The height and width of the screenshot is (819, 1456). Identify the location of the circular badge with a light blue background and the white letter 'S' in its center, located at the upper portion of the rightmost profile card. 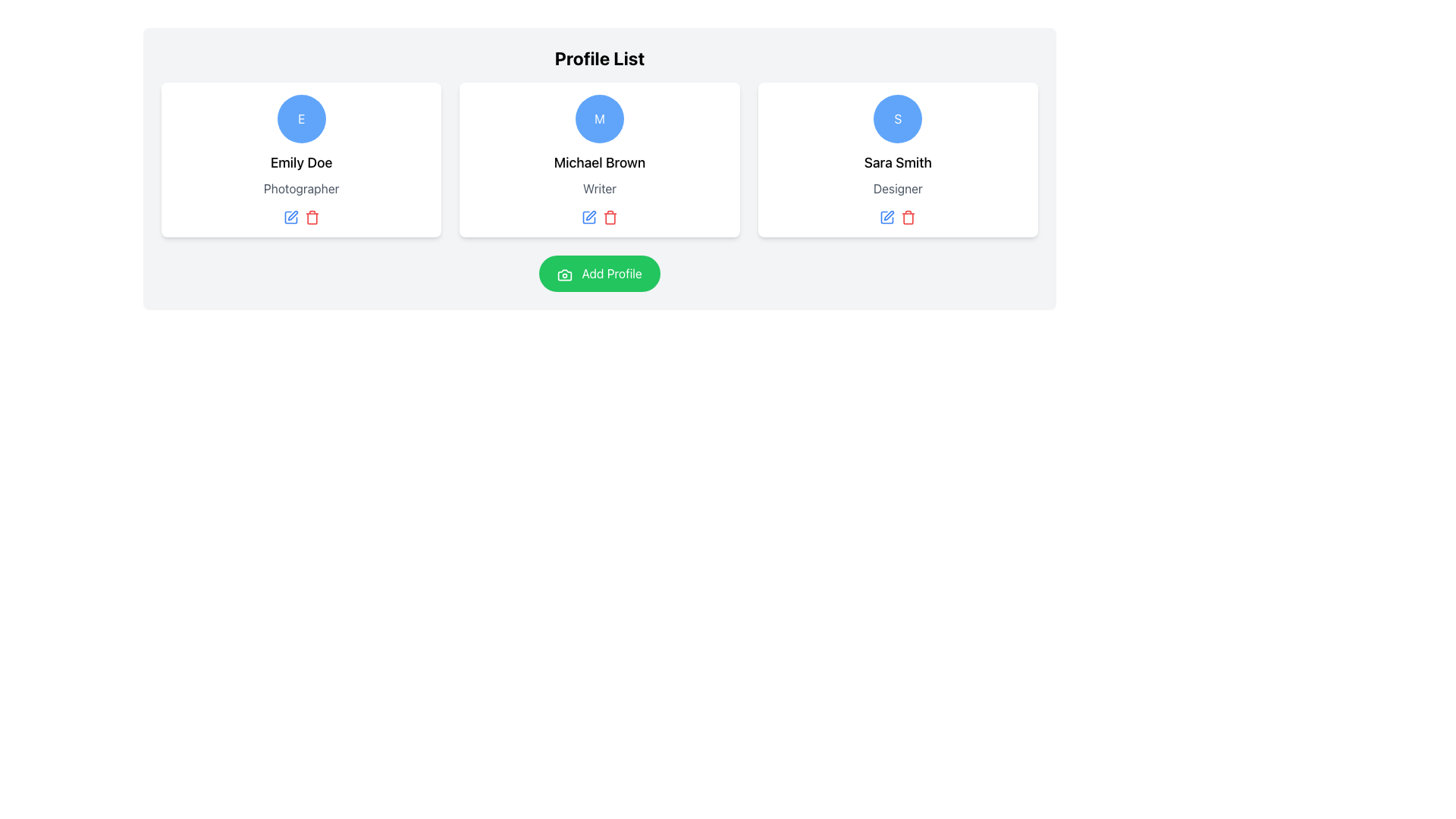
(898, 118).